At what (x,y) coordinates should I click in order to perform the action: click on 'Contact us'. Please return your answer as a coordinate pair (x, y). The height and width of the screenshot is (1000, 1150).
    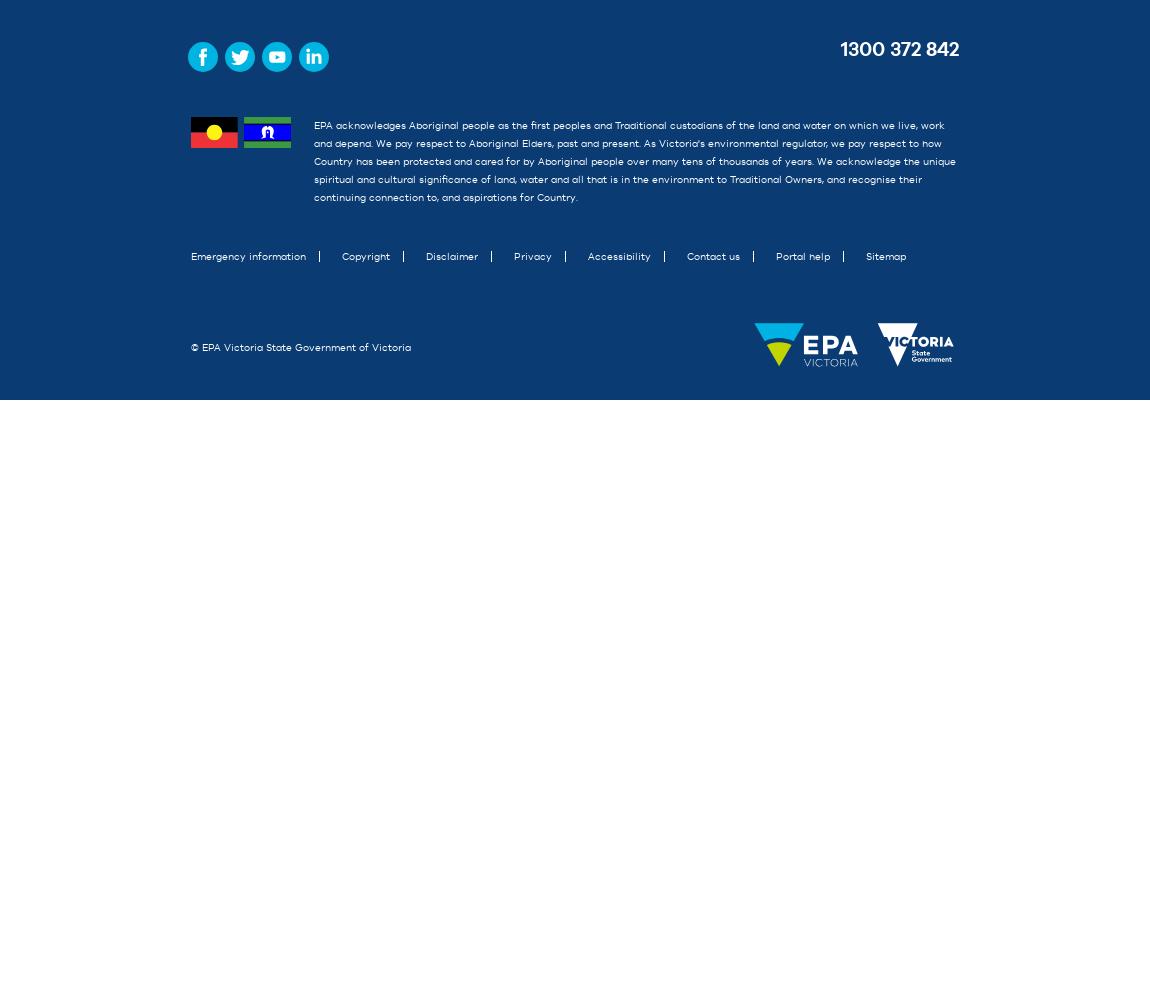
    Looking at the image, I should click on (686, 256).